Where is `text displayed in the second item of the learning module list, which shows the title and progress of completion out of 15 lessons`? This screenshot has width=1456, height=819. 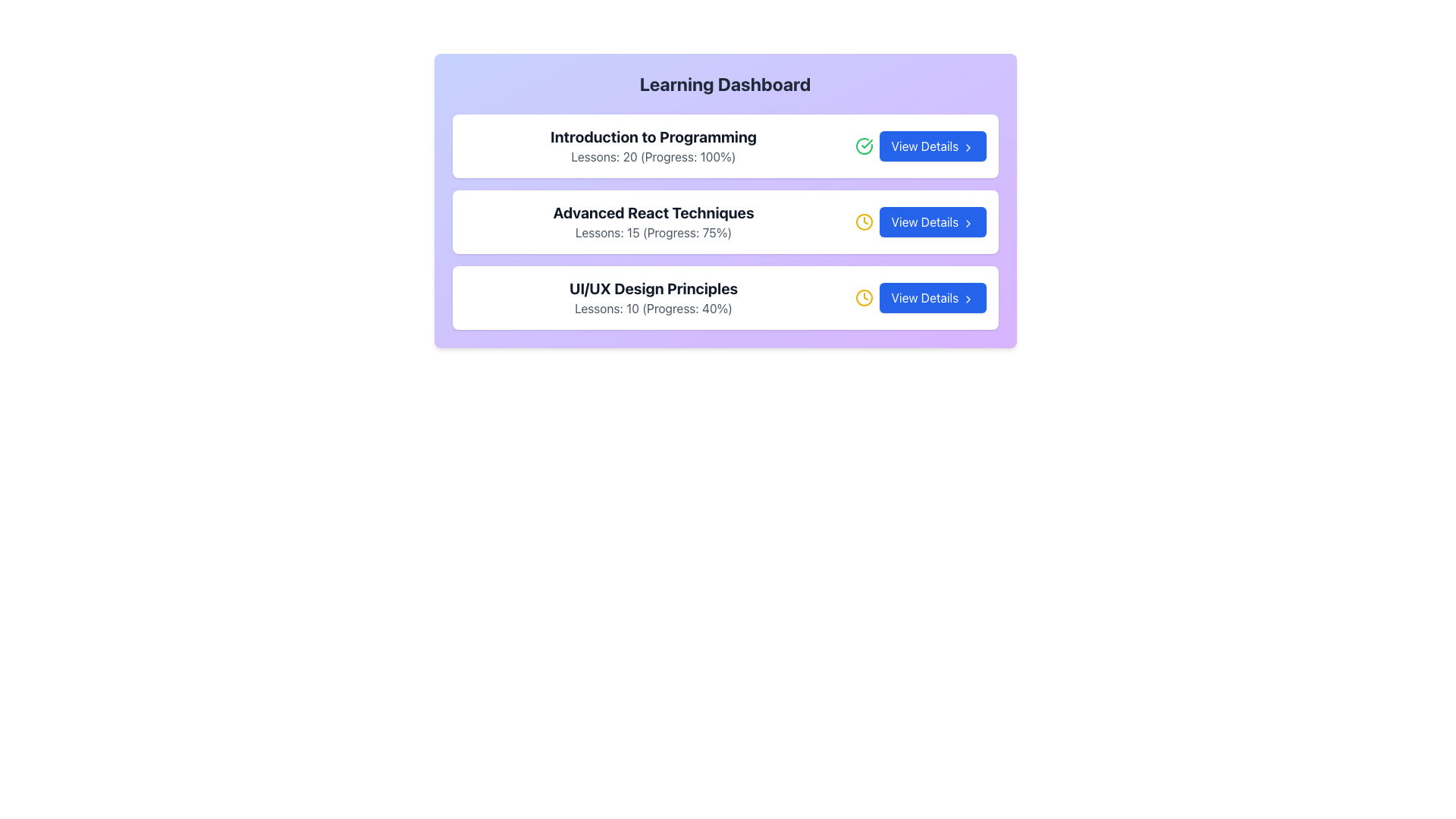 text displayed in the second item of the learning module list, which shows the title and progress of completion out of 15 lessons is located at coordinates (654, 222).